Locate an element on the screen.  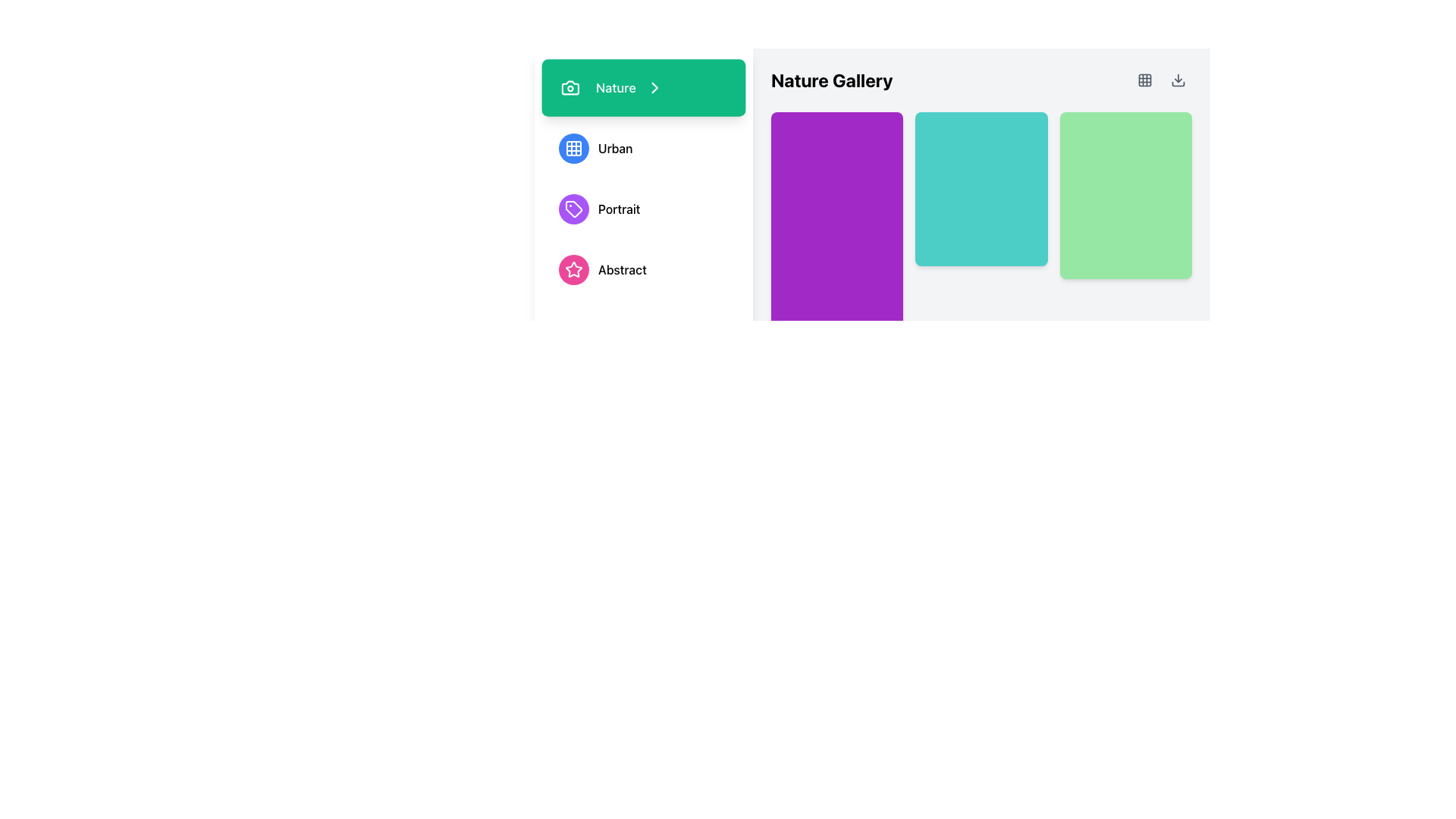
the 'Nature' button which contains the camera icon is located at coordinates (570, 87).